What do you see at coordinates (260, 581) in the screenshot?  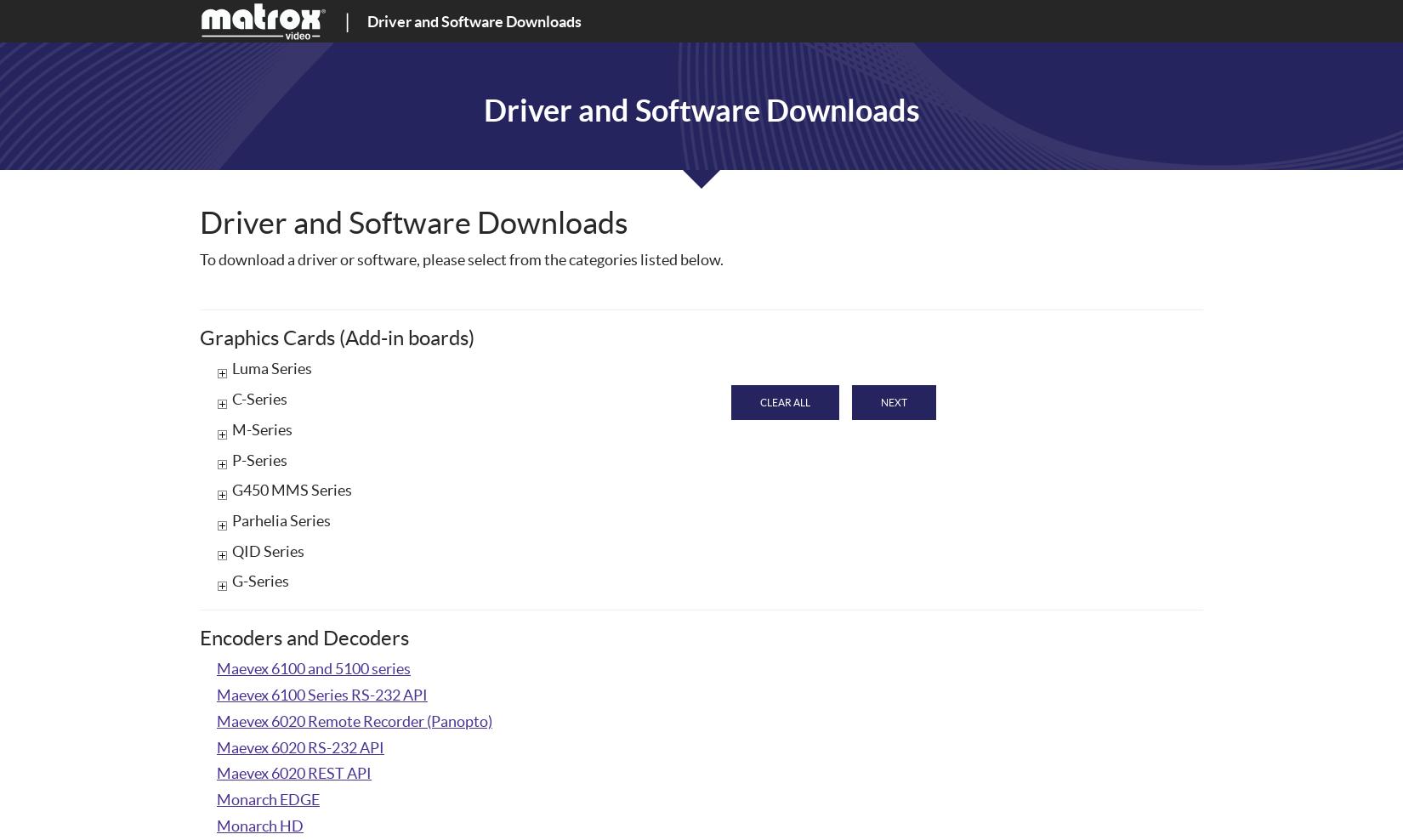 I see `'G-Series'` at bounding box center [260, 581].